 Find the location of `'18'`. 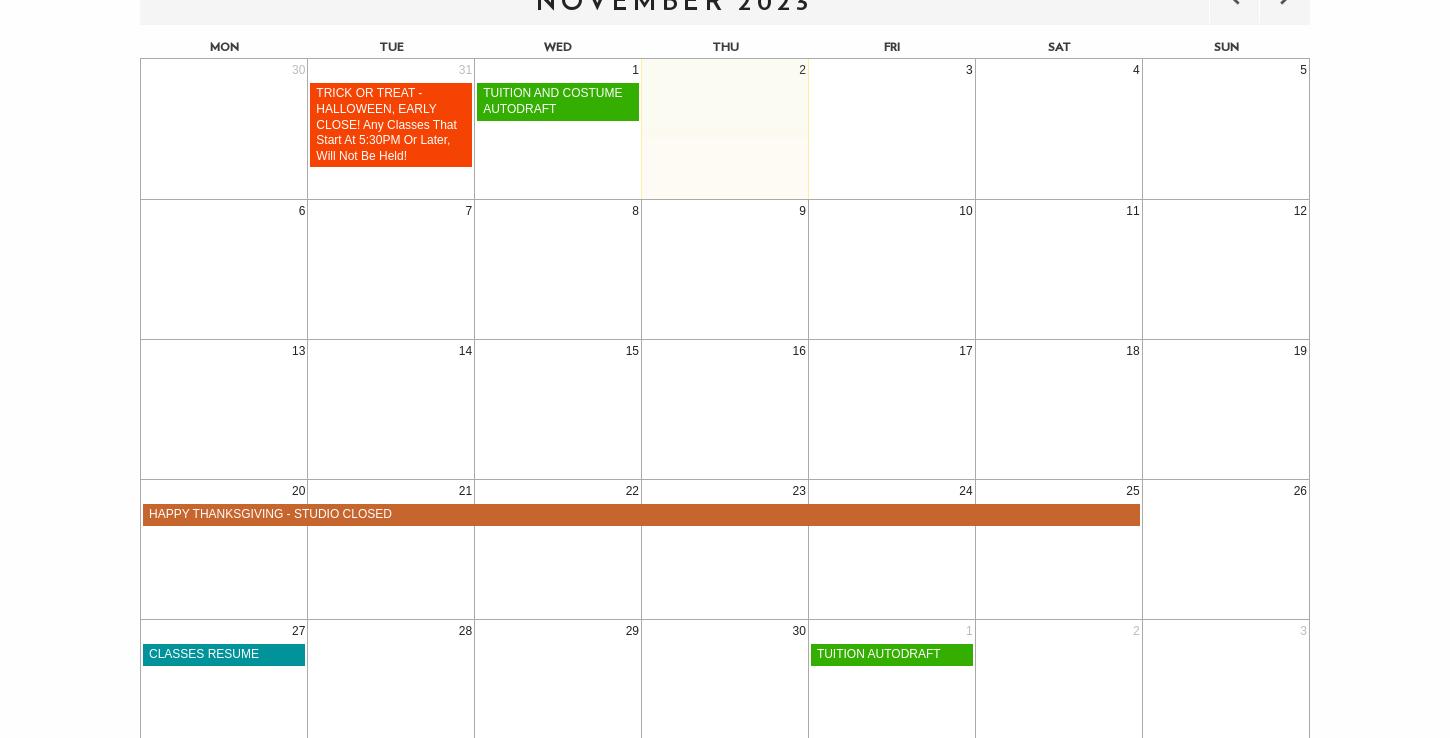

'18' is located at coordinates (1125, 350).